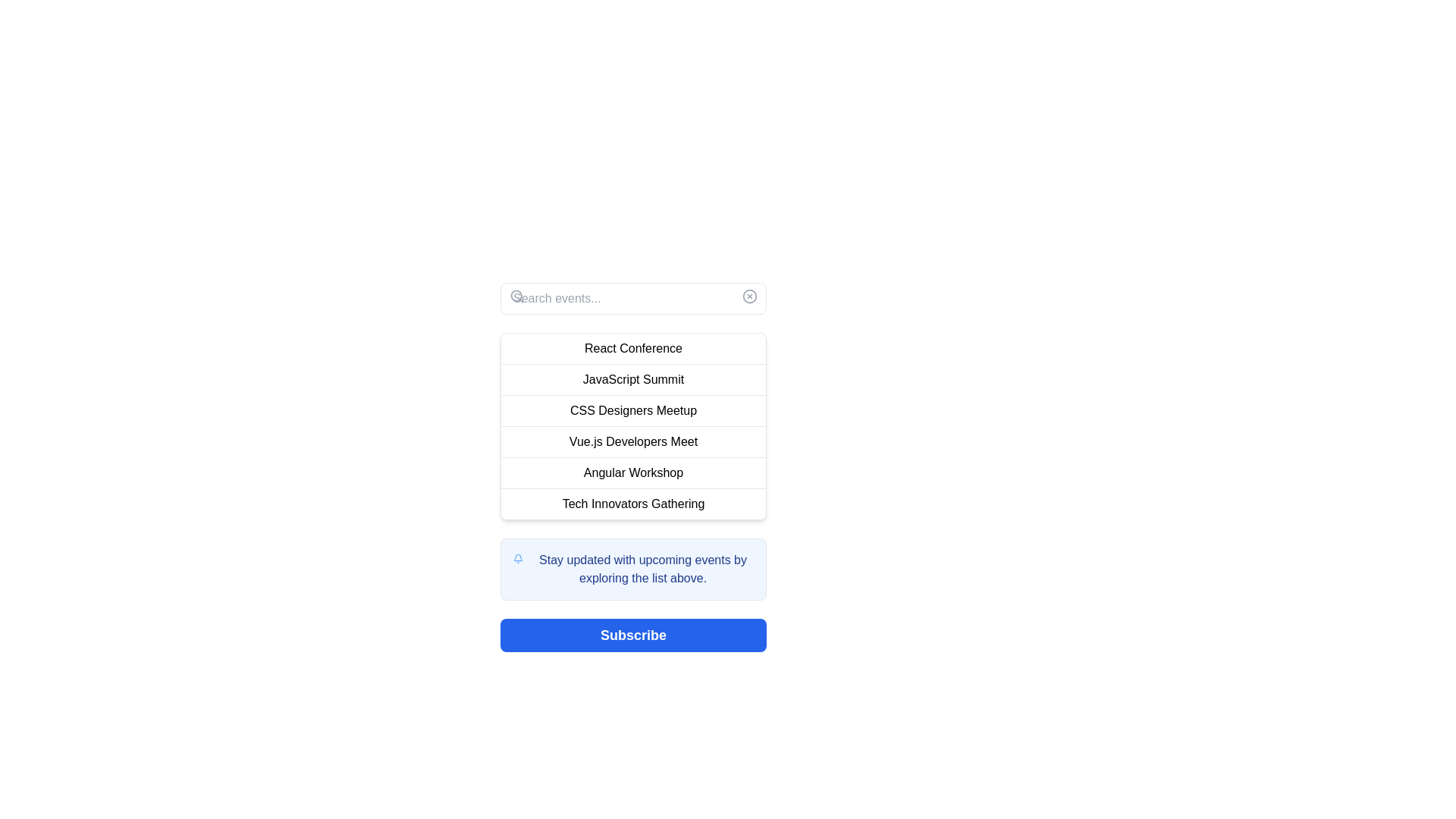 This screenshot has width=1456, height=819. Describe the element at coordinates (633, 410) in the screenshot. I see `the List Item element displaying 'CSS Designers Meetup'` at that location.